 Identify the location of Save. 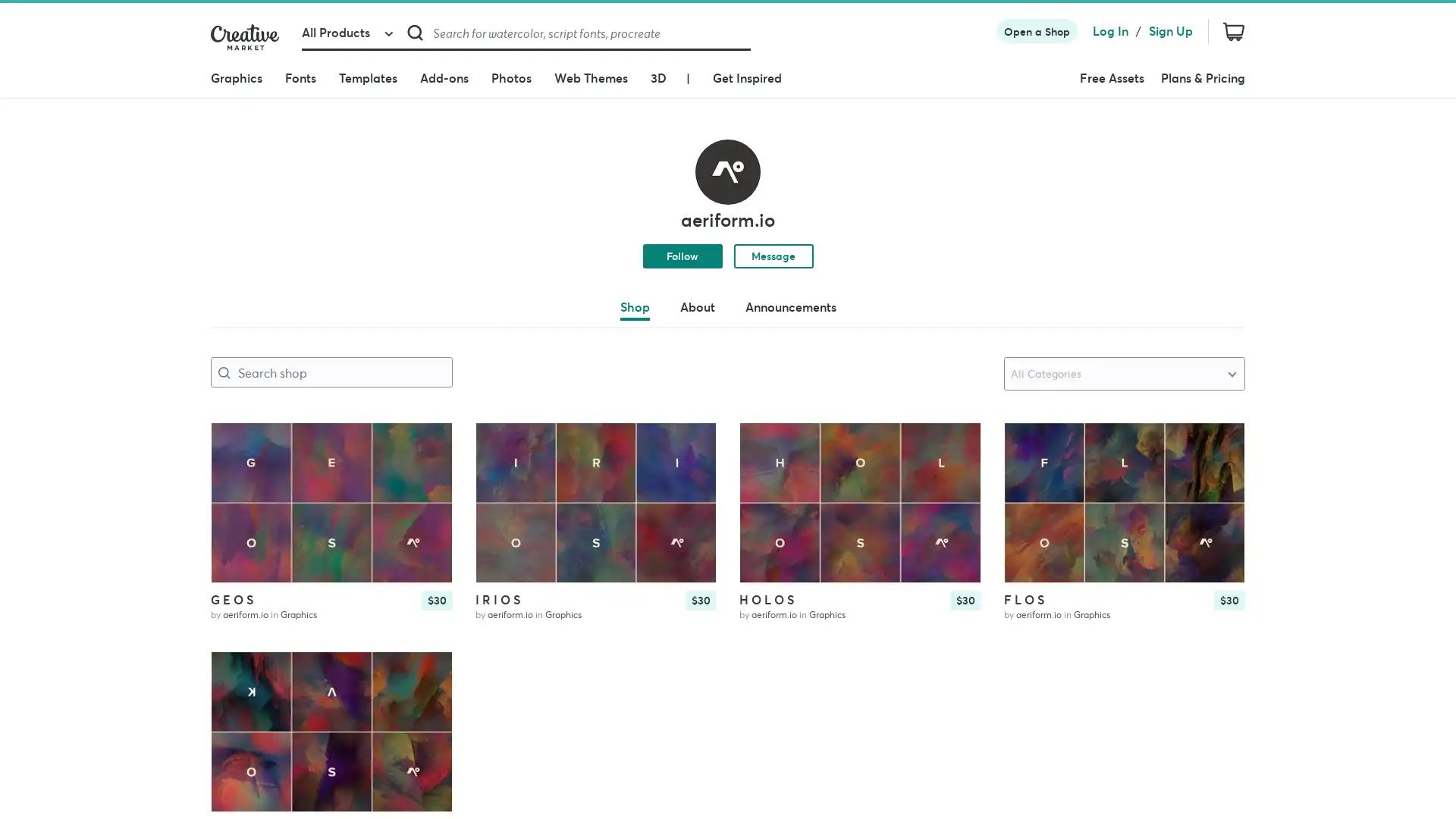
(955, 469).